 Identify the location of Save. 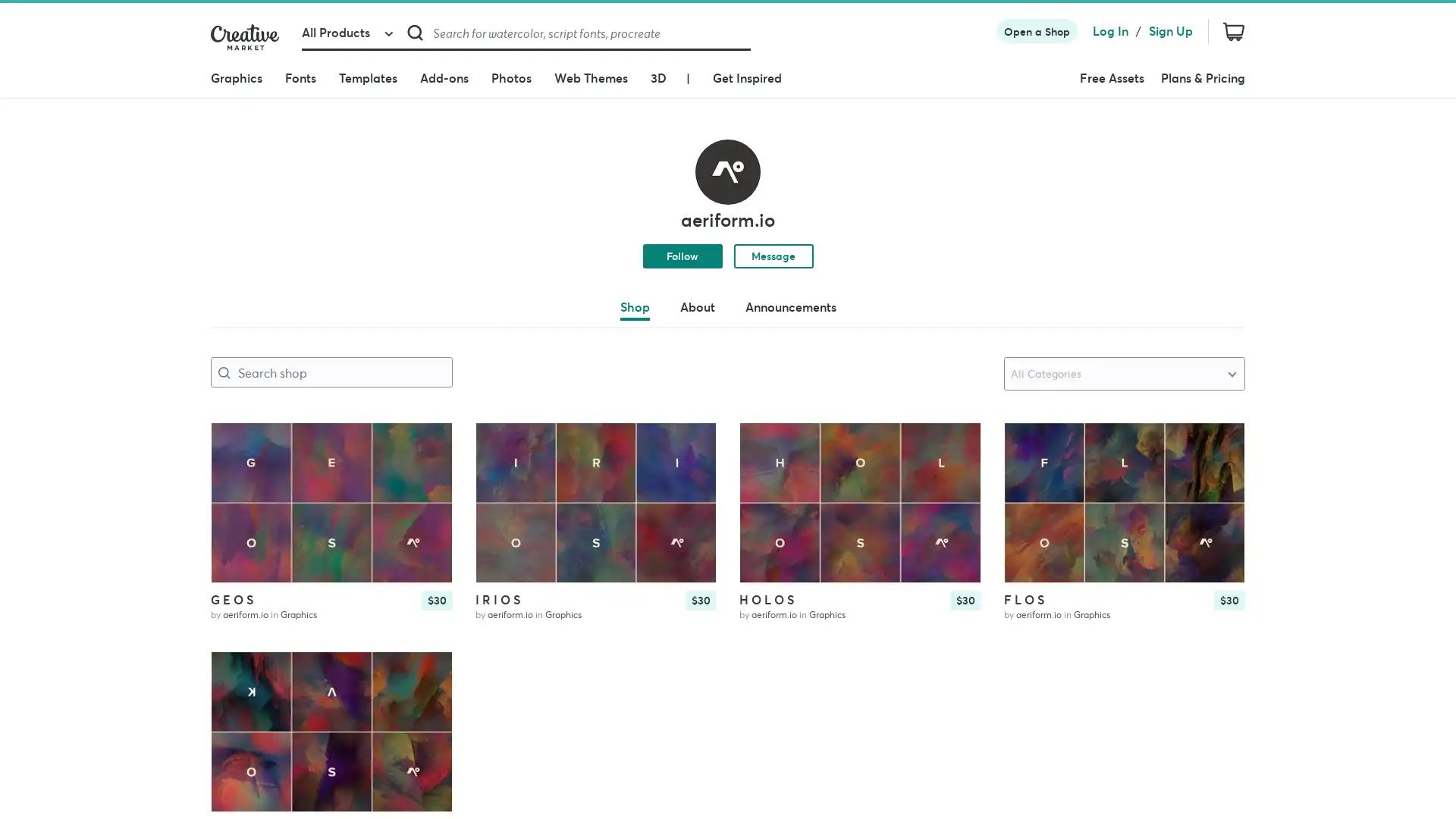
(955, 469).